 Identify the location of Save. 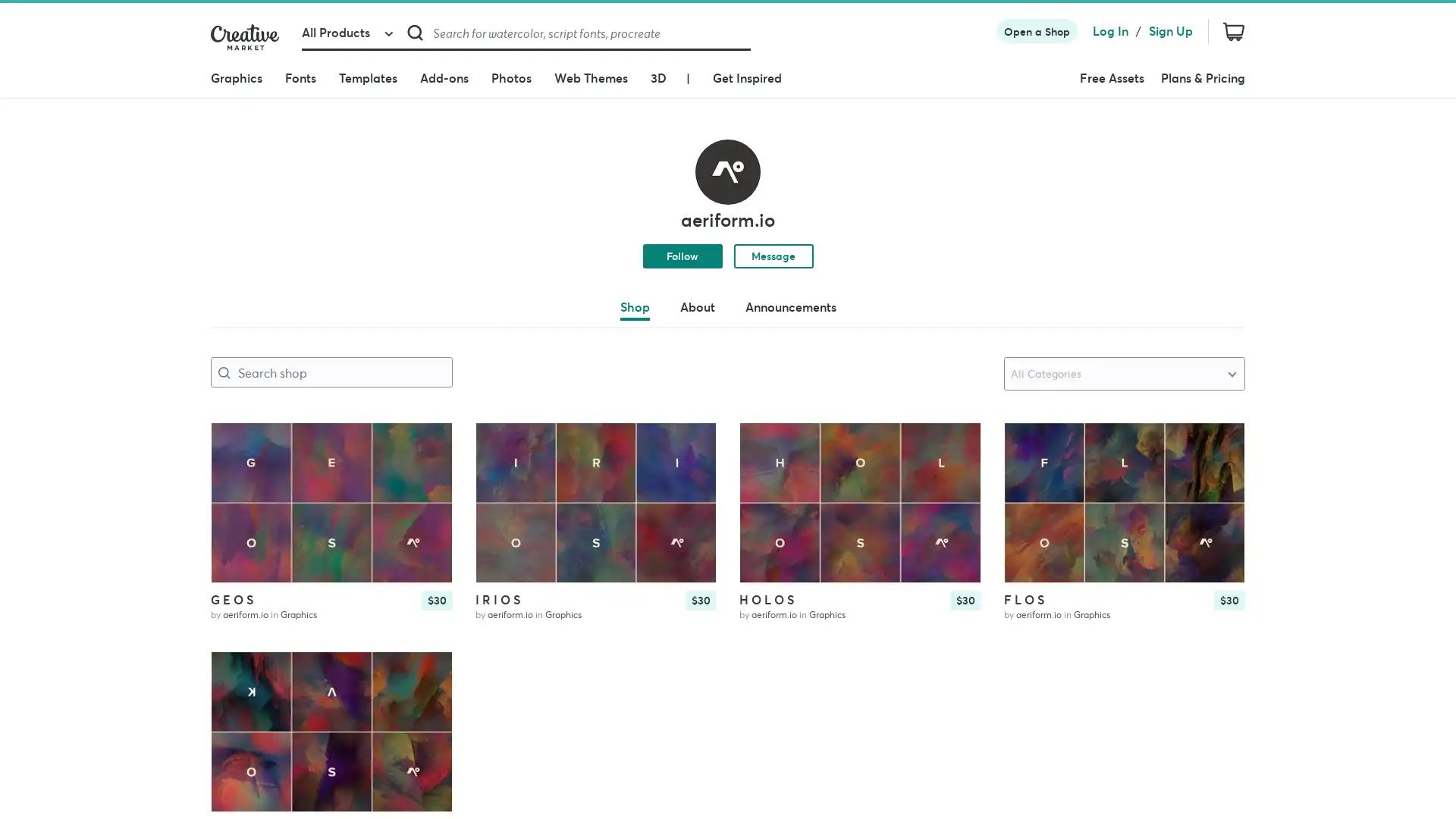
(955, 469).